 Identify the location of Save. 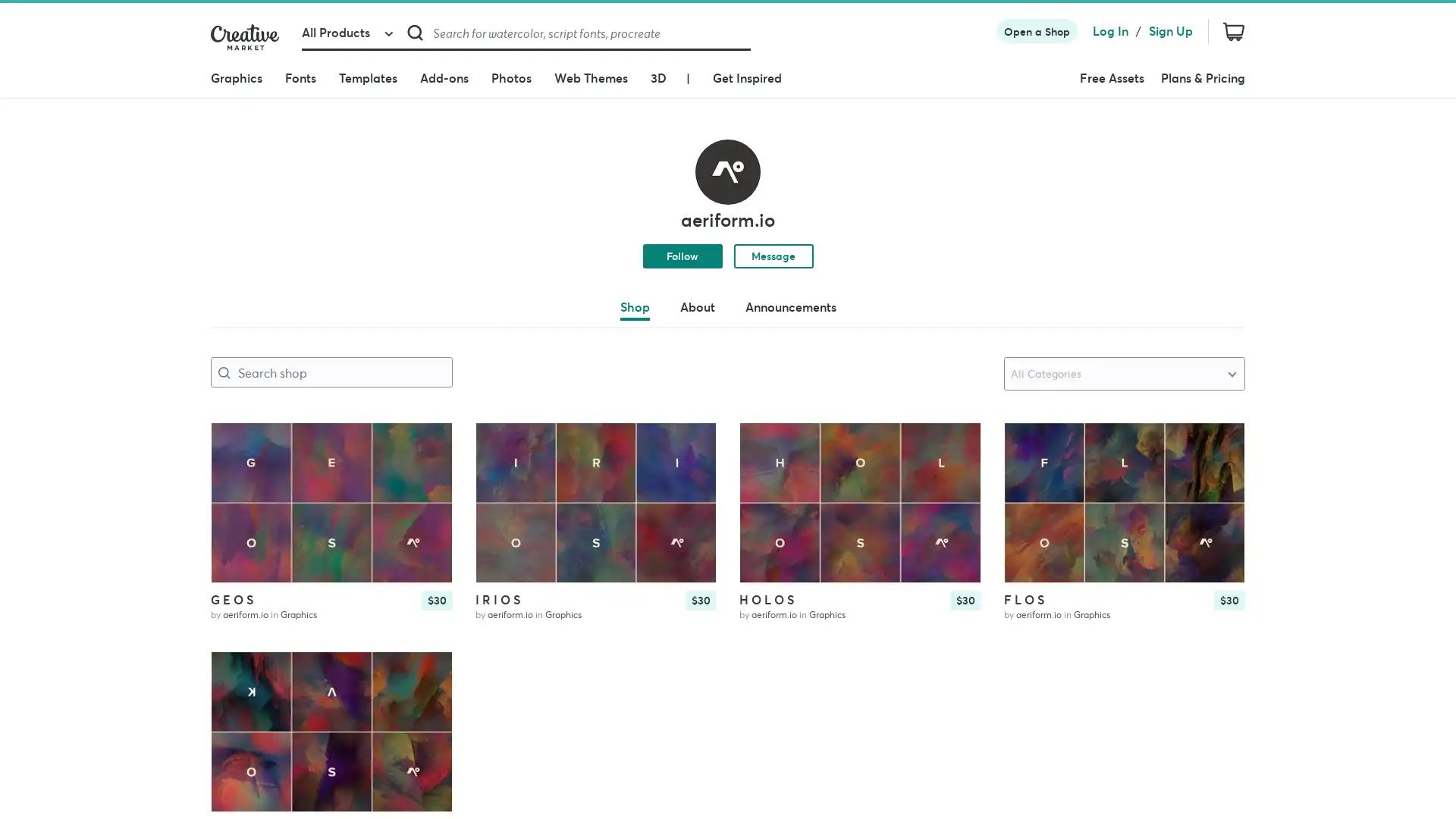
(955, 469).